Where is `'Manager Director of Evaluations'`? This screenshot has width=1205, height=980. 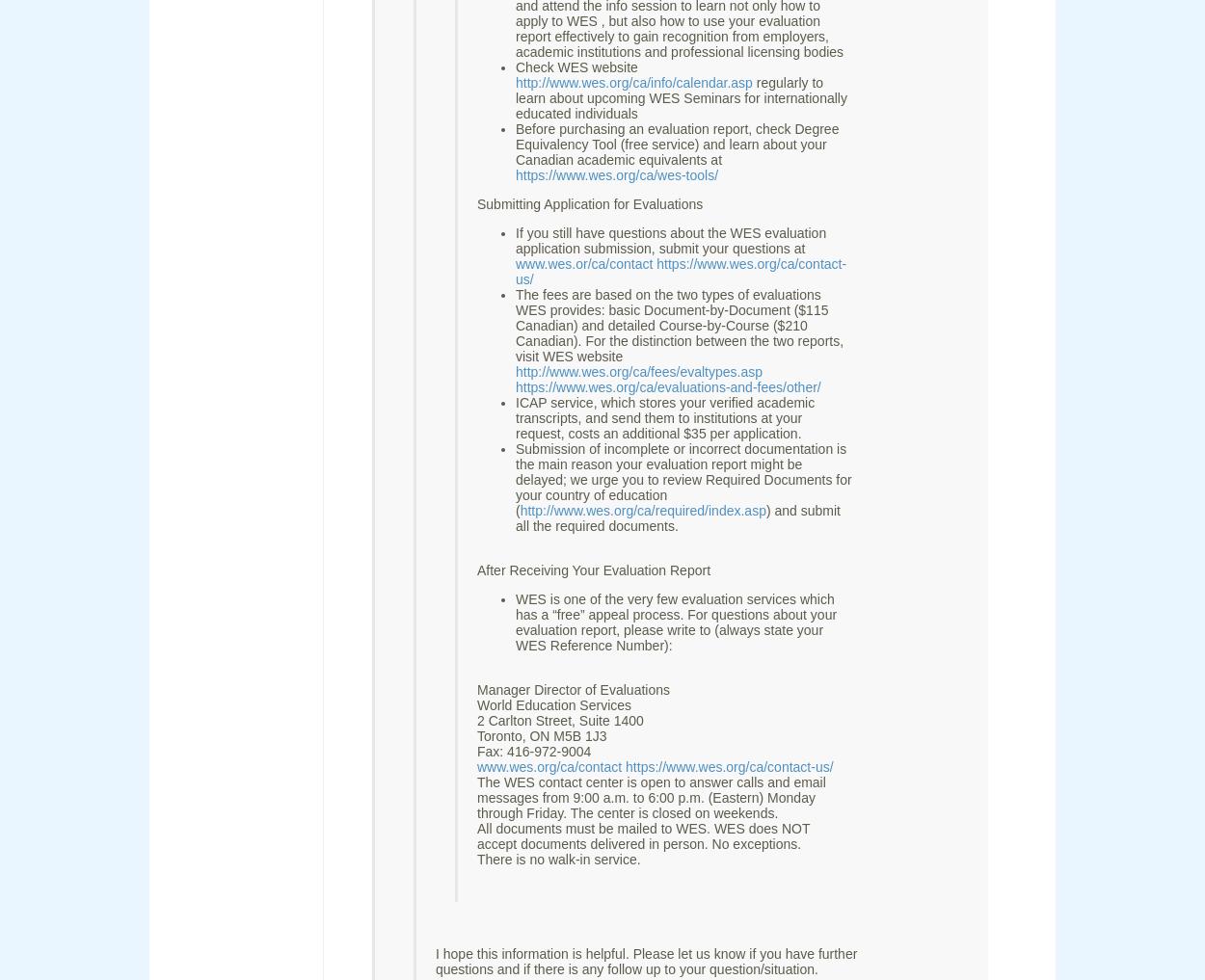 'Manager Director of Evaluations' is located at coordinates (573, 688).